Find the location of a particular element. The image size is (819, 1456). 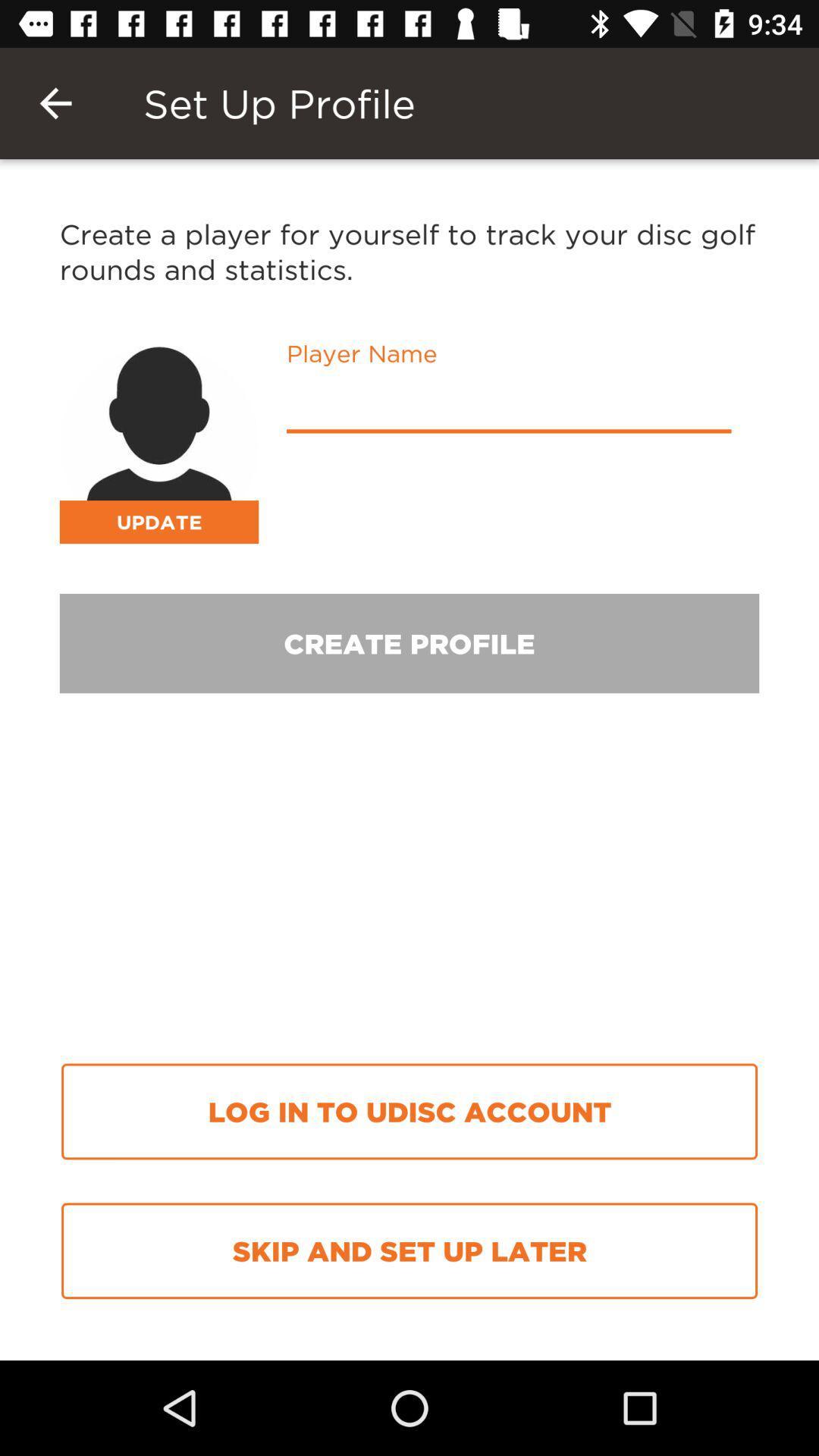

person is located at coordinates (158, 443).